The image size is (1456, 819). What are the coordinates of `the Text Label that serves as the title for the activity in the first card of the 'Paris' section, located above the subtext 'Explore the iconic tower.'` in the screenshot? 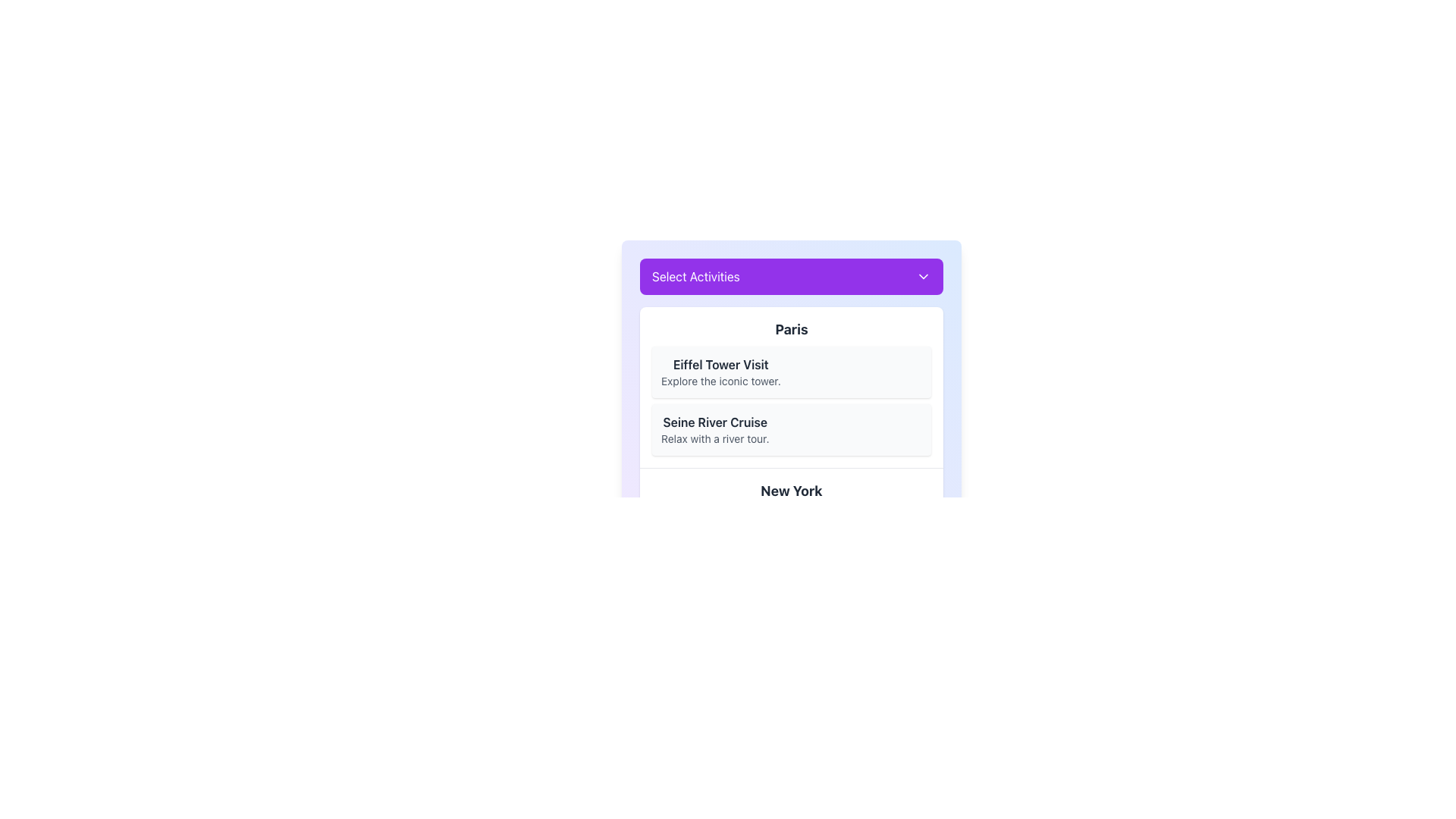 It's located at (720, 365).